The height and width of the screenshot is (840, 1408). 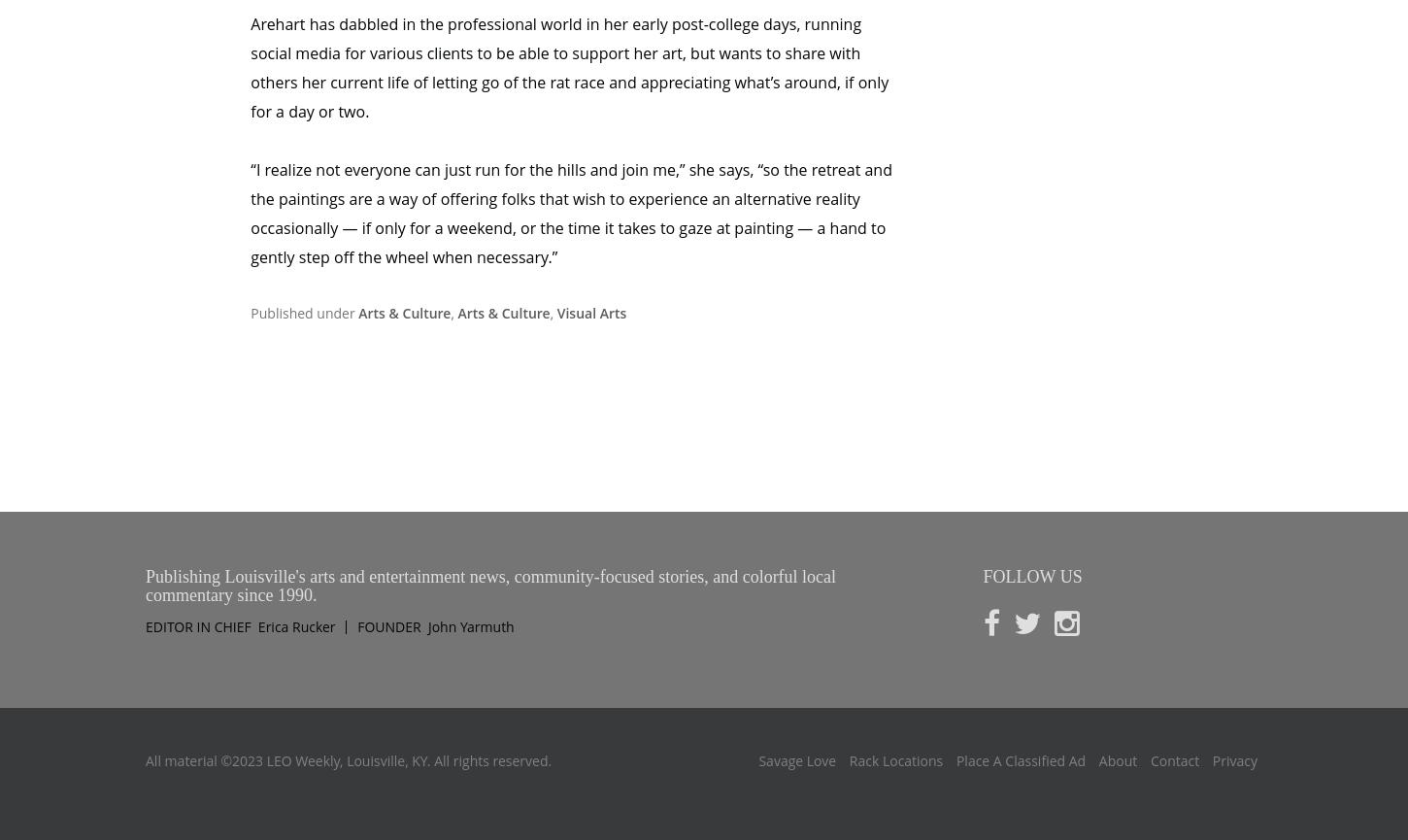 I want to click on 'Contact', so click(x=1174, y=678).